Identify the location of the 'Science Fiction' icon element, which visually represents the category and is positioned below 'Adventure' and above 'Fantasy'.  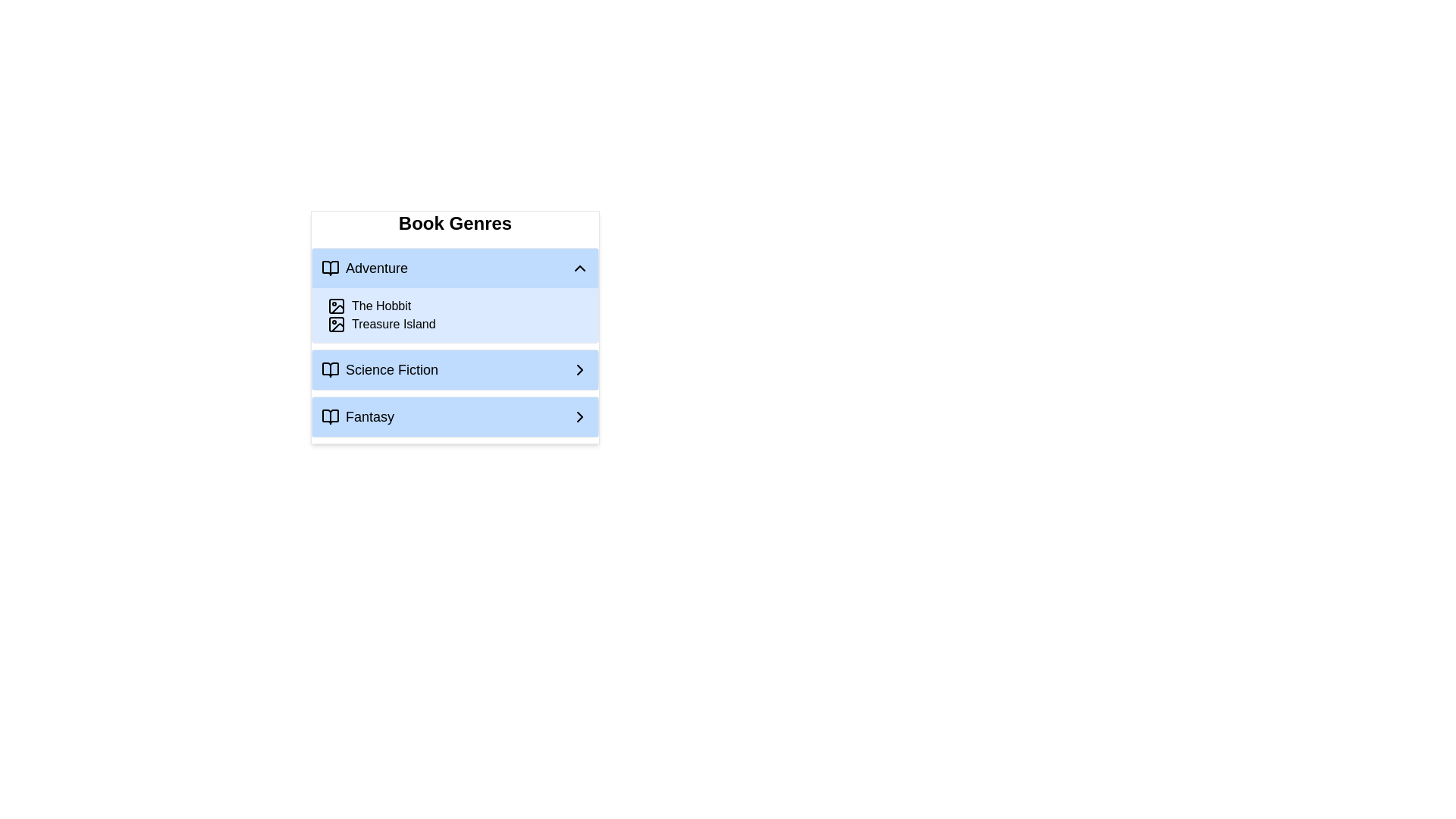
(330, 370).